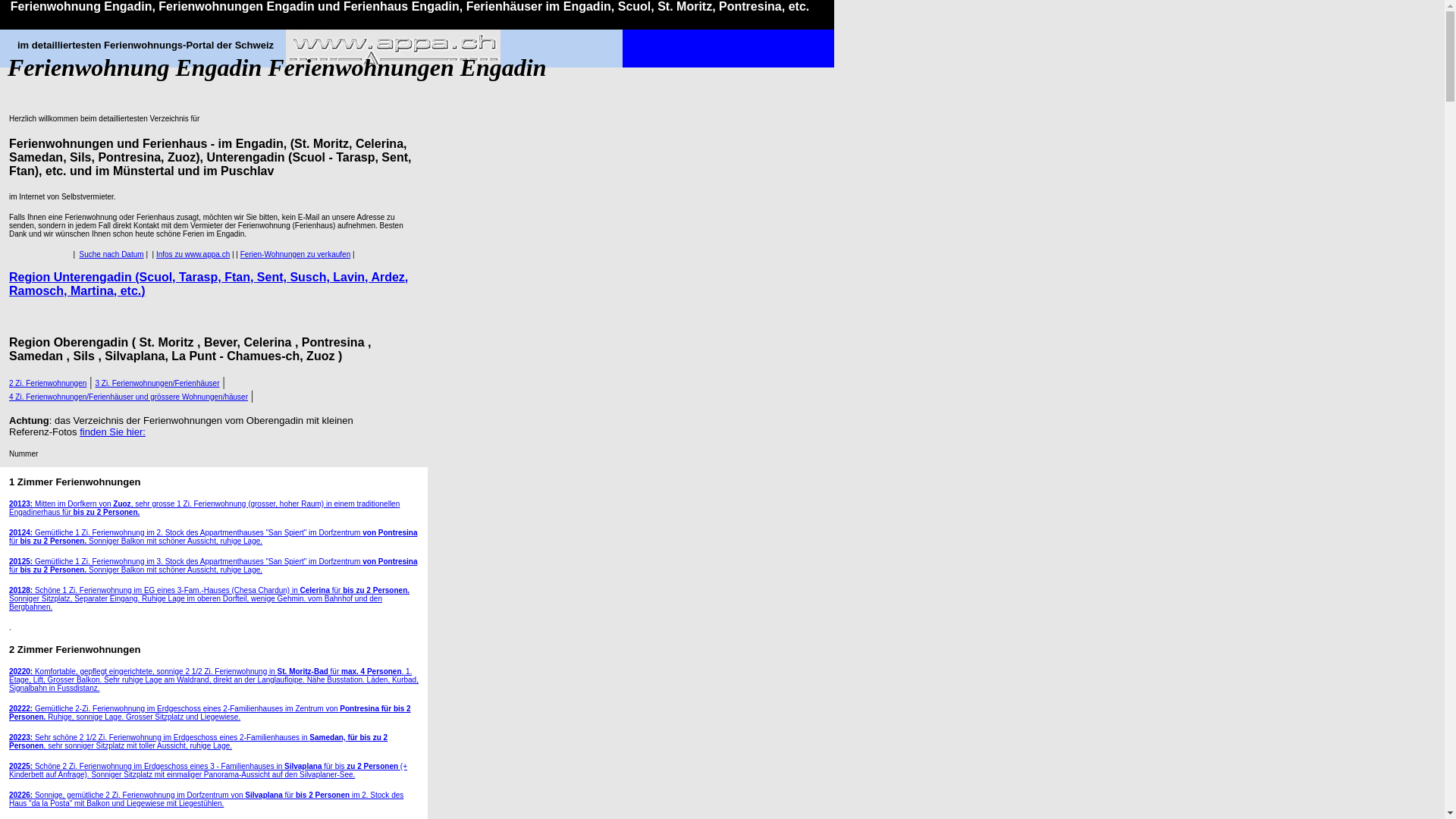 This screenshot has width=1456, height=819. I want to click on 'Infos zu www.appa.ch', so click(192, 253).